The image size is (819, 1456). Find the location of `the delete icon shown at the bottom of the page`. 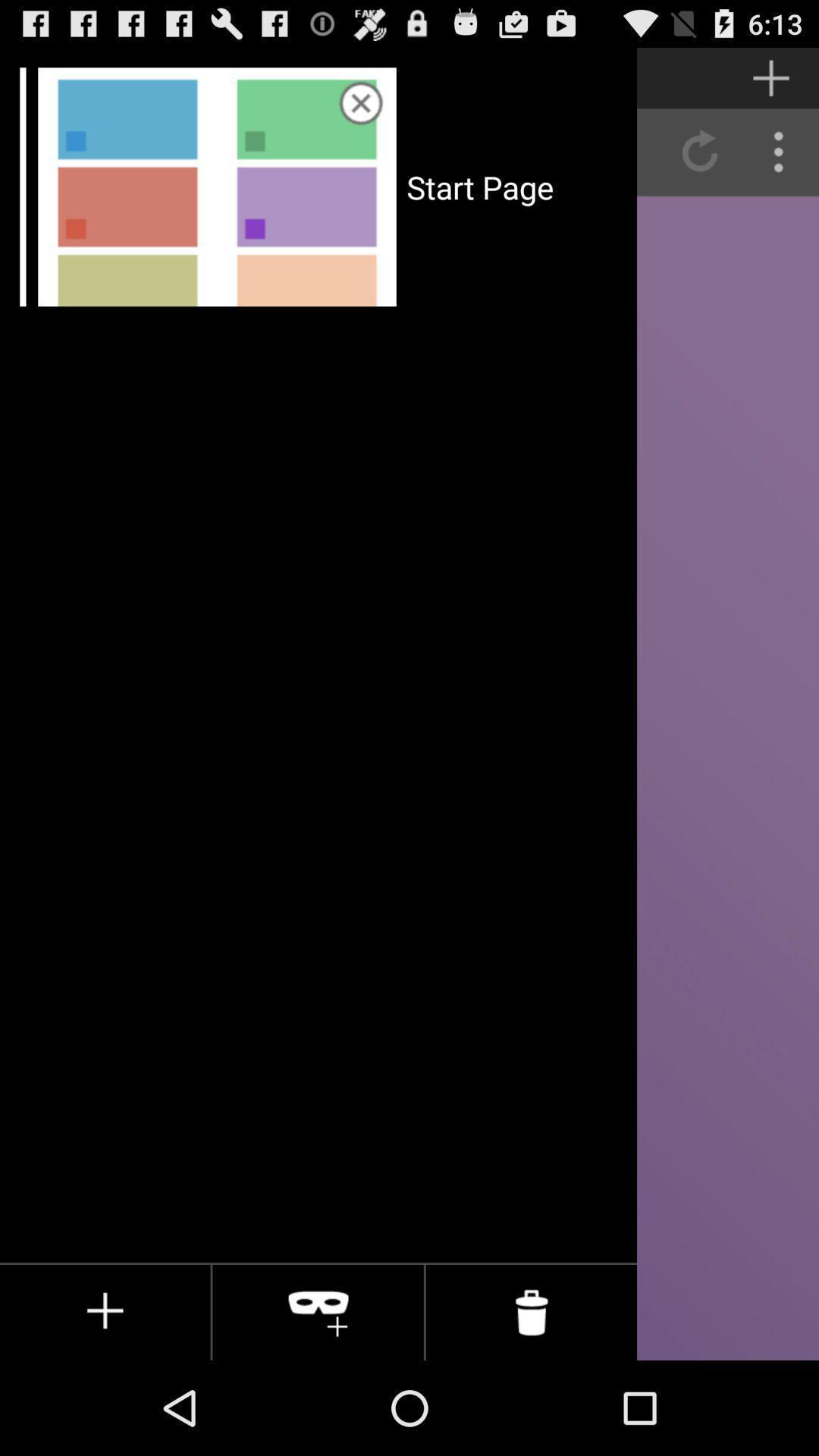

the delete icon shown at the bottom of the page is located at coordinates (531, 1312).